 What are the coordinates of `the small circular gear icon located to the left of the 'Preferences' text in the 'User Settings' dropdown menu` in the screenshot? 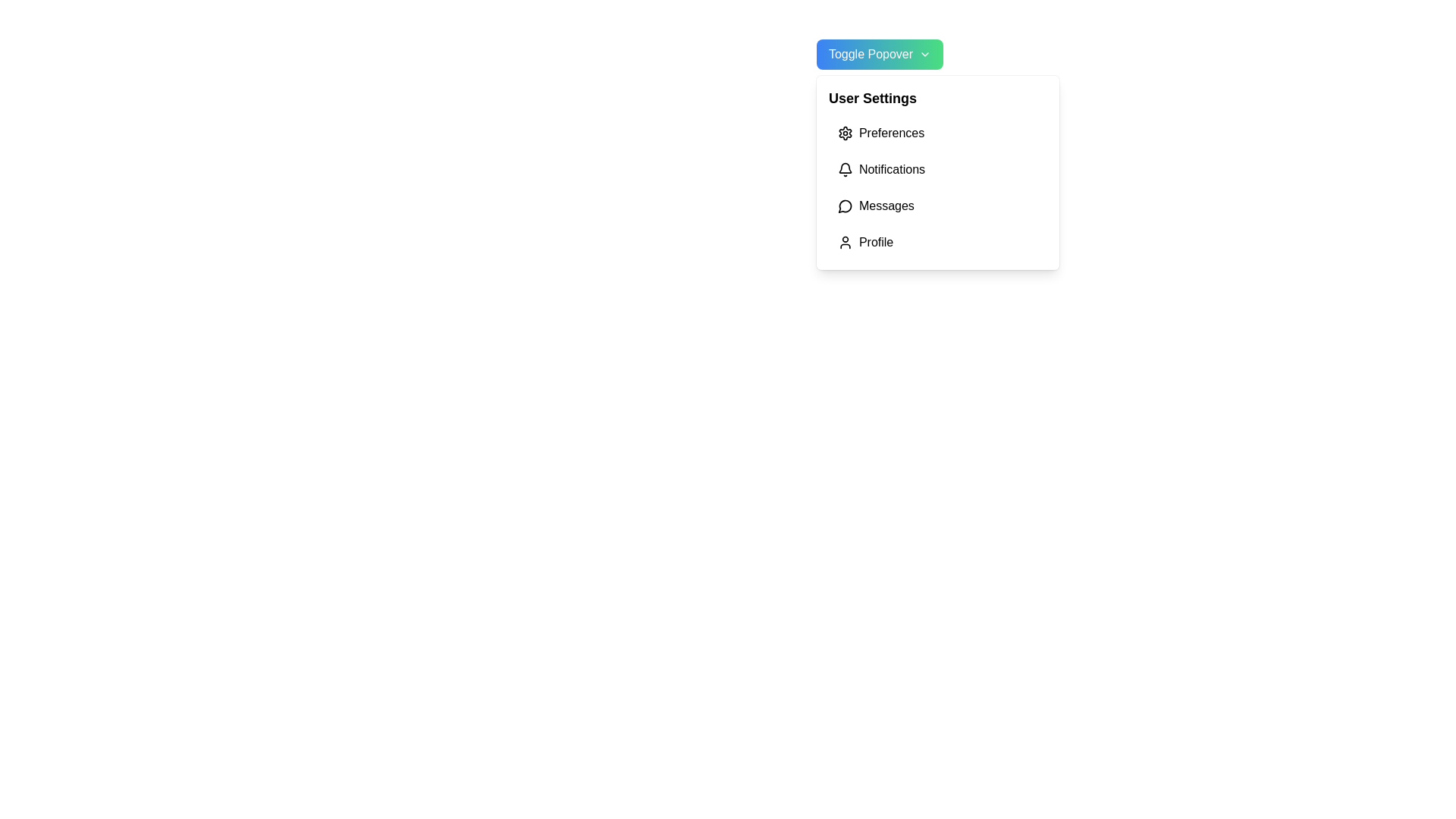 It's located at (844, 133).